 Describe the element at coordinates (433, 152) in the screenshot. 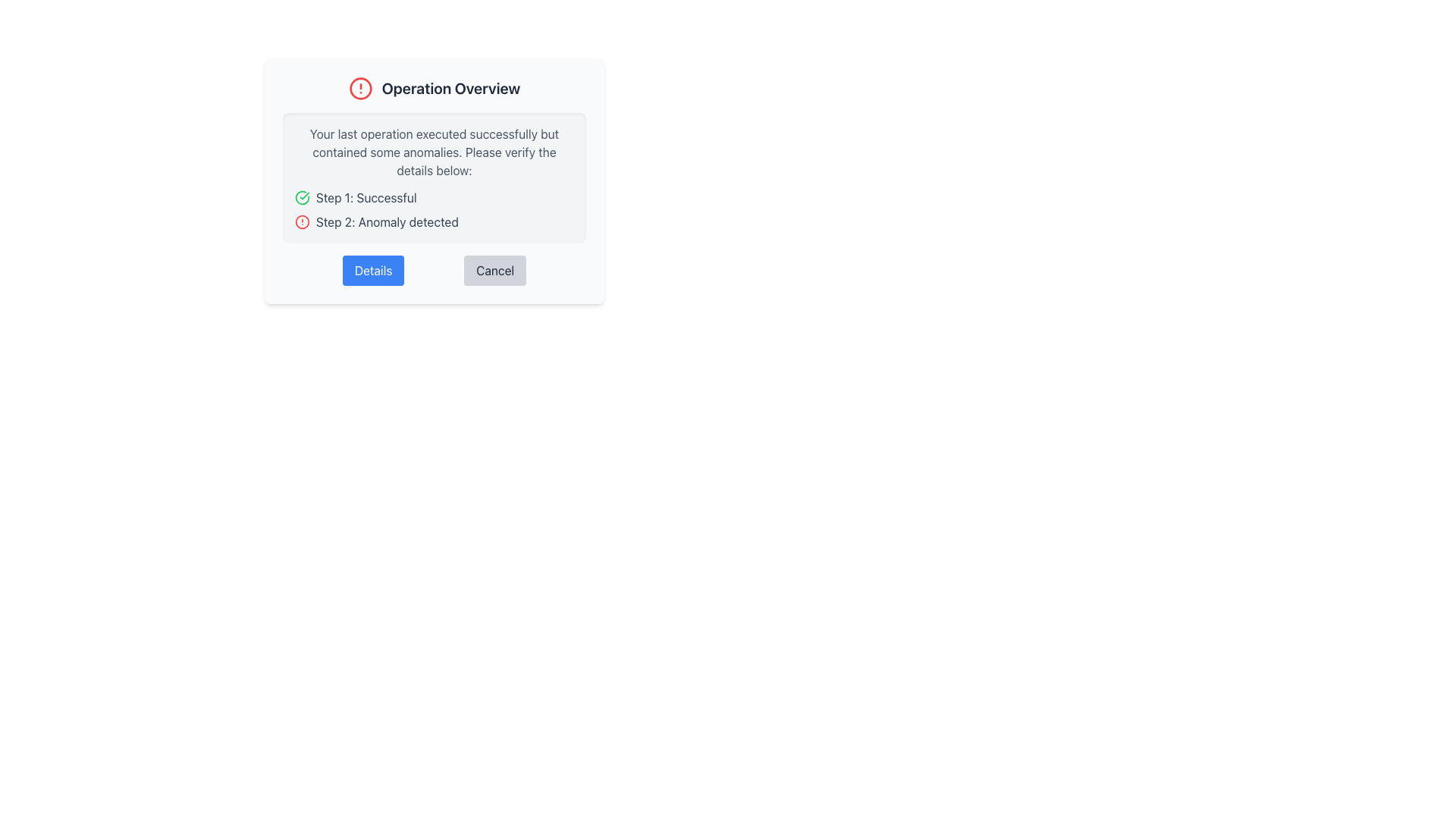

I see `the Static Text Display that states 'Your last operation executed successfully but contained some anomalies. Please verify the details below:' which is positioned below the title 'Operation Overview'` at that location.